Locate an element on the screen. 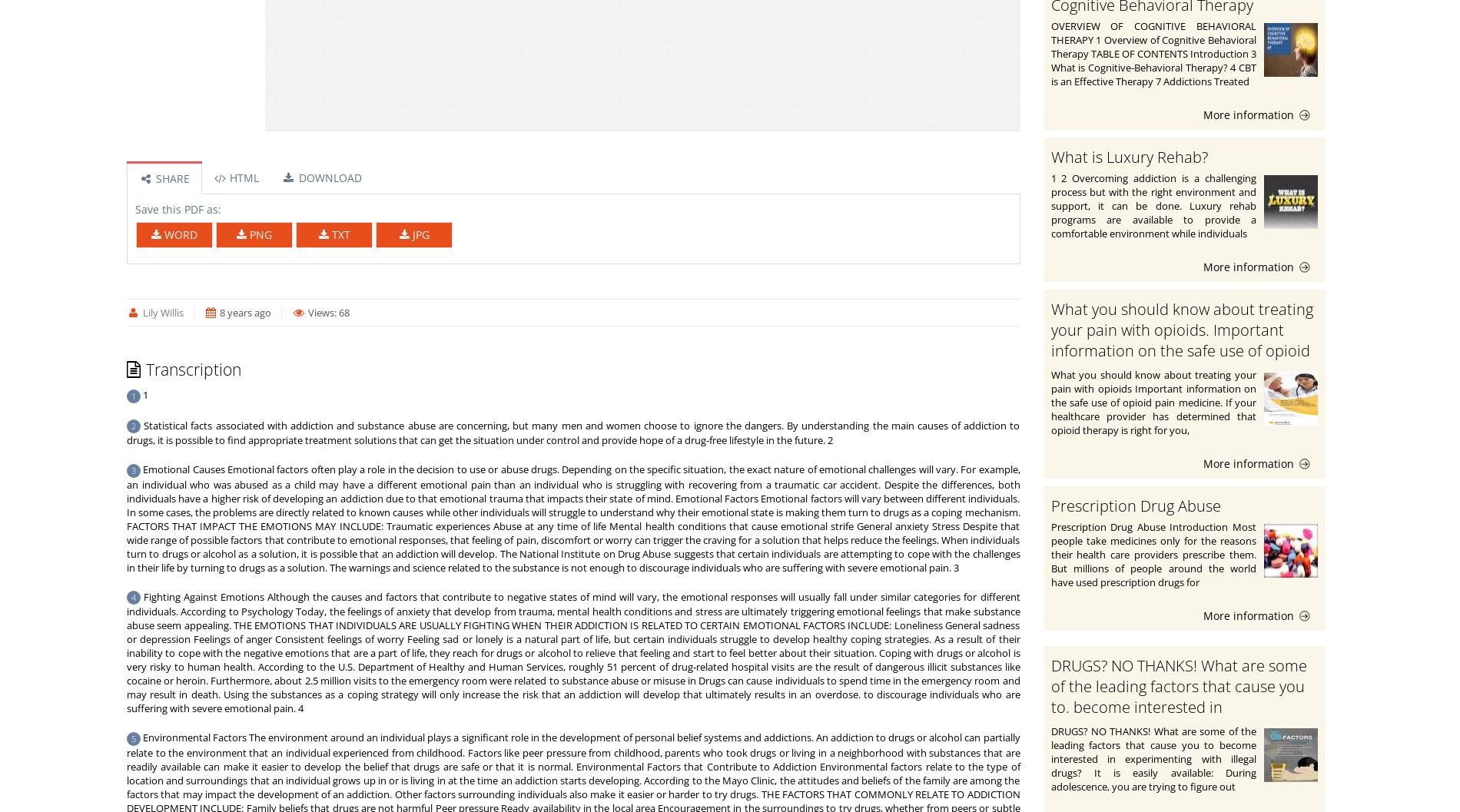 This screenshot has height=812, width=1460. 'DRUGS? NO THANKS! What are some of the leading factors that cause you to. become interested in experimenting with illegal drugs?' is located at coordinates (1178, 694).